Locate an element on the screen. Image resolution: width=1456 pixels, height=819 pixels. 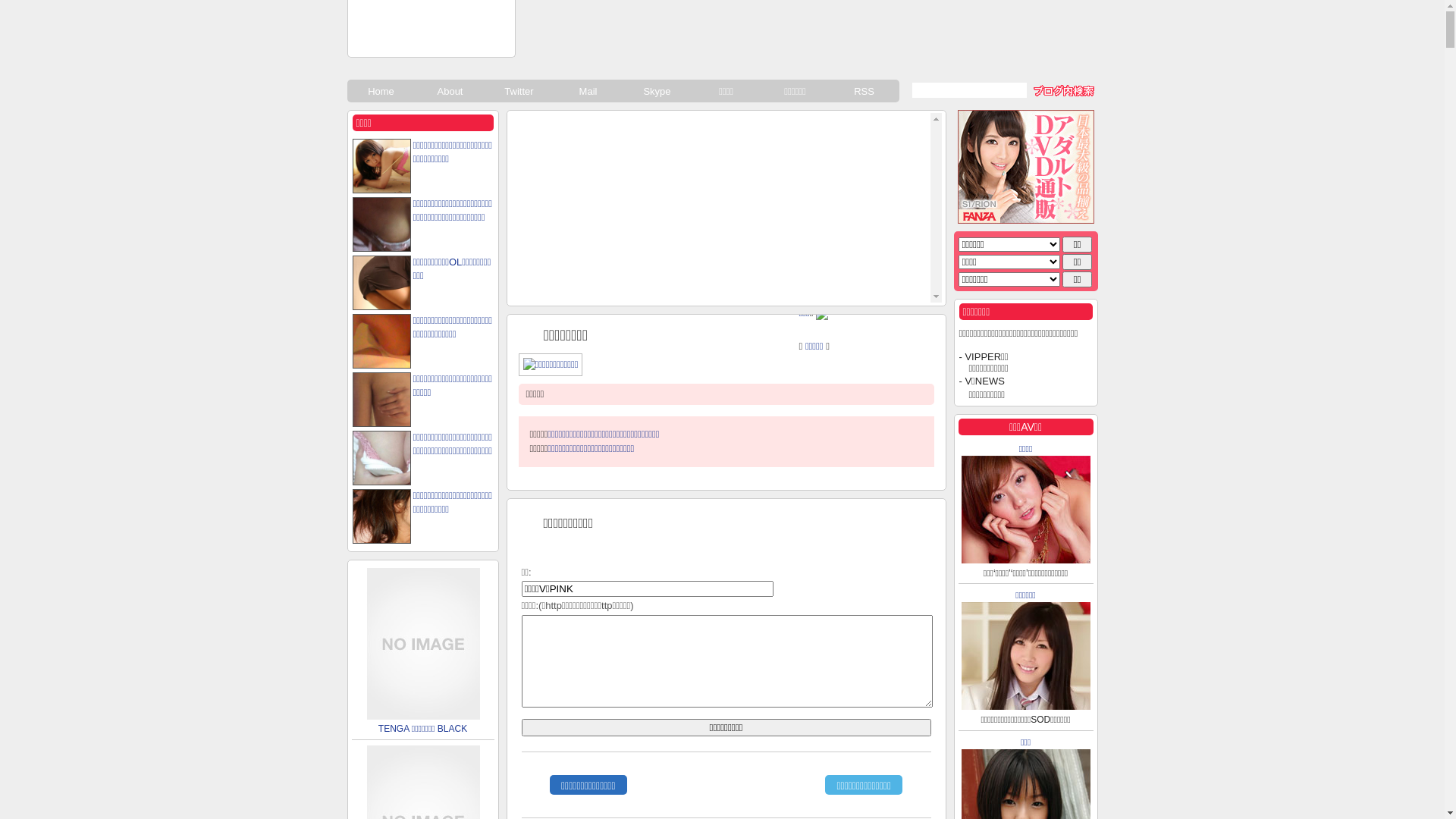
'About' is located at coordinates (449, 90).